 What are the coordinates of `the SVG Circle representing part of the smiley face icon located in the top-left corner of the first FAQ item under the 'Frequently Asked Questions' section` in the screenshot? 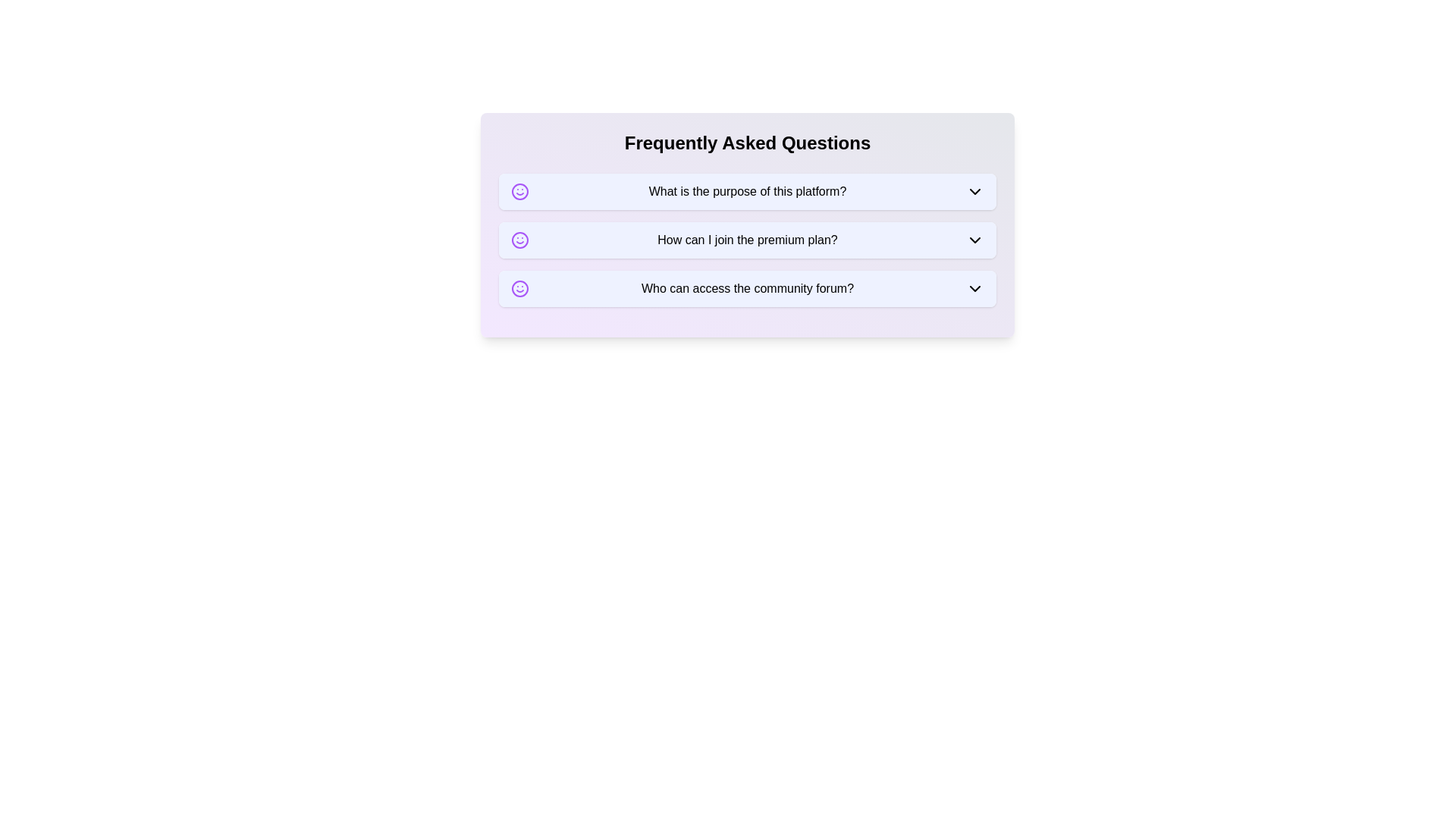 It's located at (520, 191).